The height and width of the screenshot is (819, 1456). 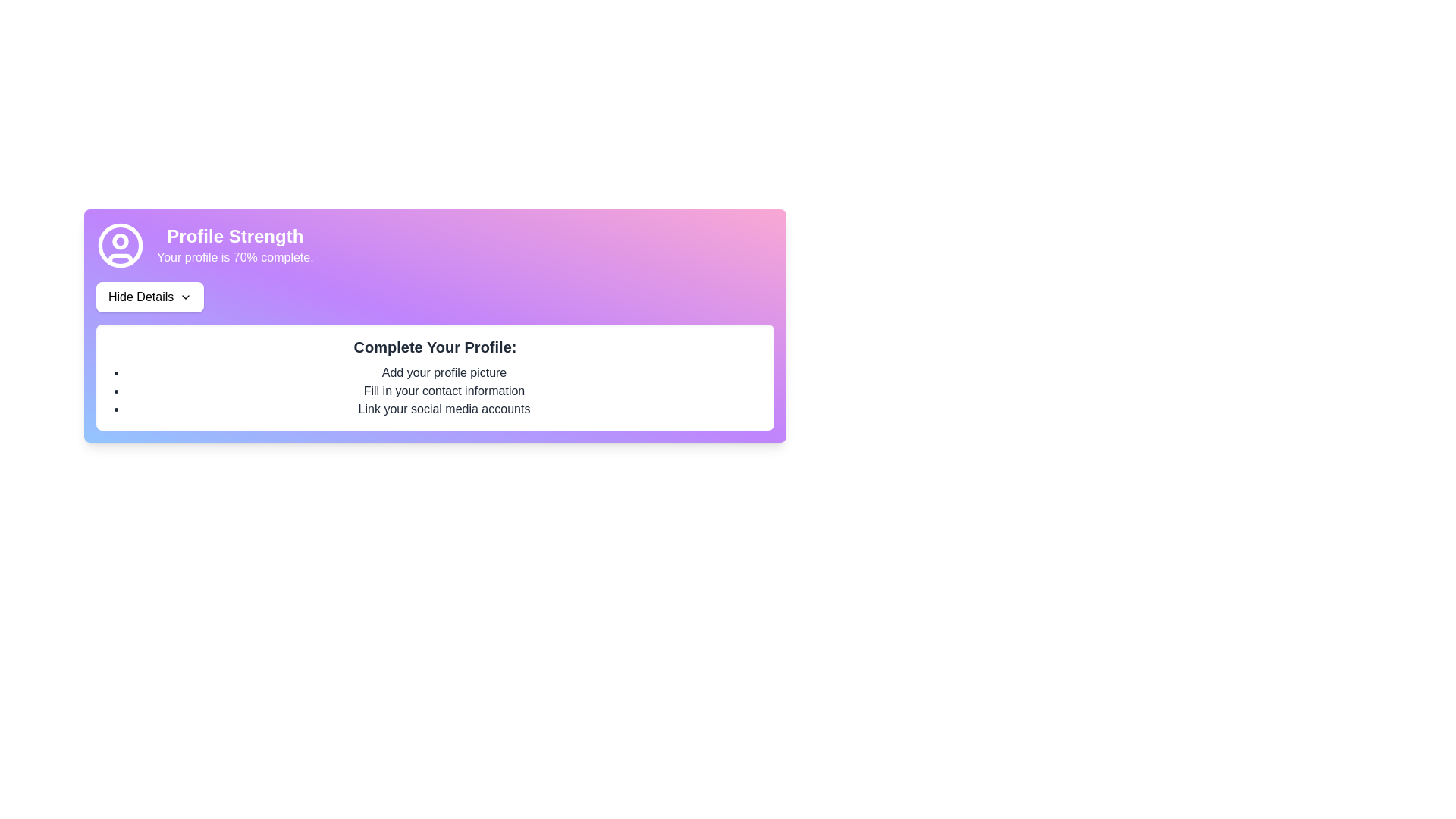 I want to click on the text element stating 'Link your social media accounts', which is the third item in a bulleted checklist under 'Complete Your Profile:', so click(x=443, y=409).